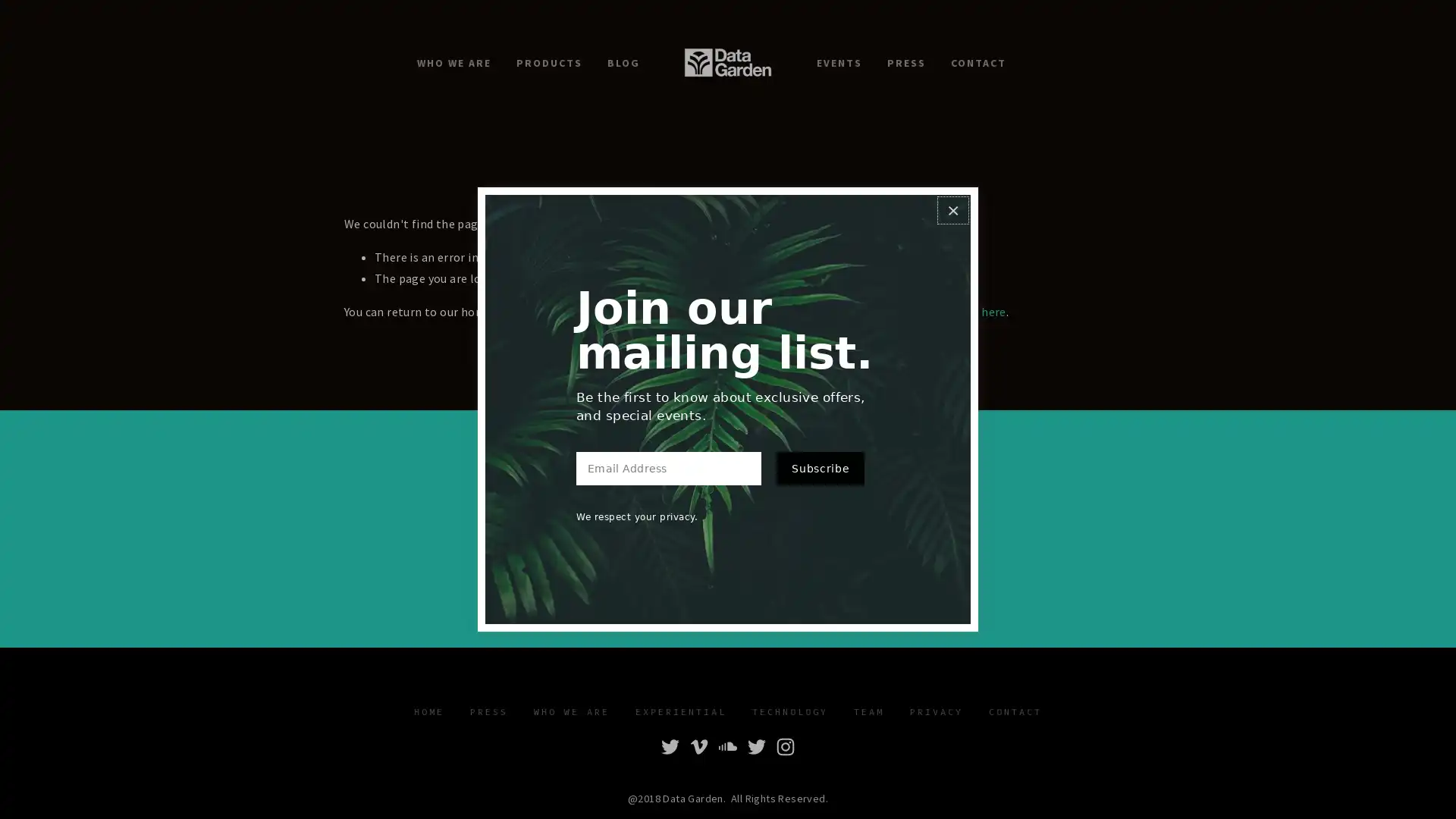 This screenshot has height=819, width=1456. I want to click on SIGN UP, so click(822, 552).